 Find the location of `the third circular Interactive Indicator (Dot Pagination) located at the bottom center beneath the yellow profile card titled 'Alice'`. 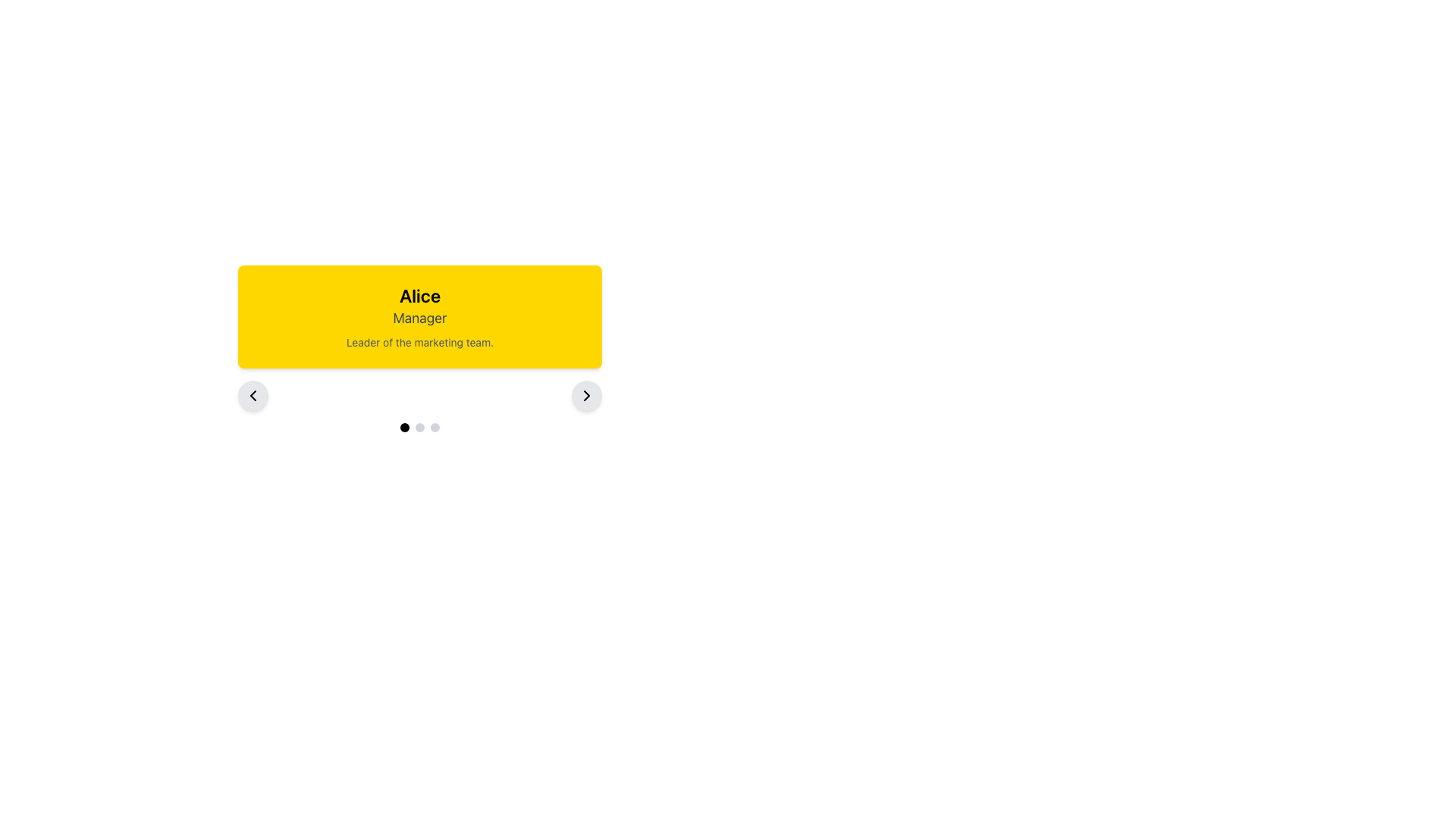

the third circular Interactive Indicator (Dot Pagination) located at the bottom center beneath the yellow profile card titled 'Alice' is located at coordinates (435, 427).